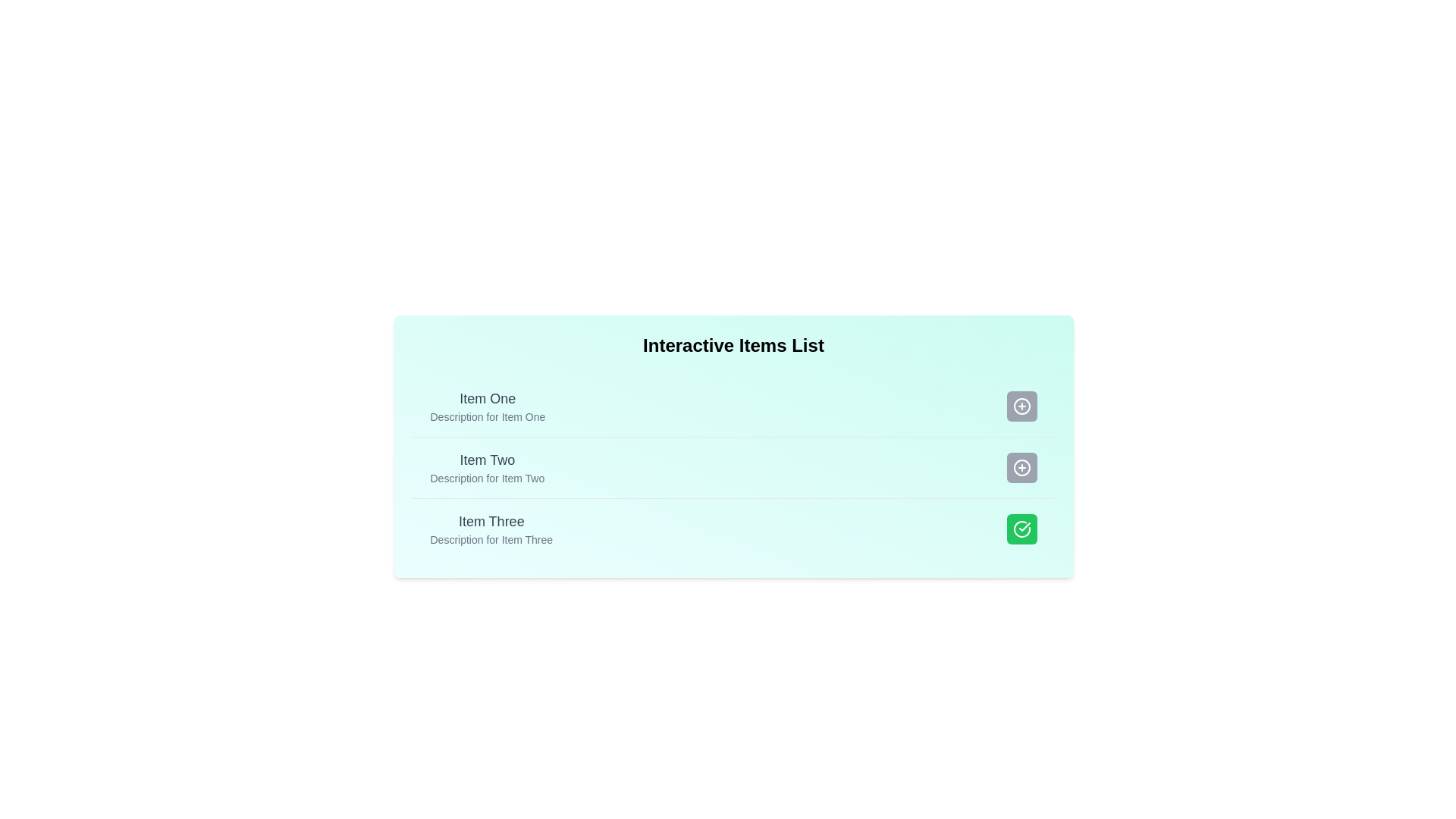 This screenshot has height=819, width=1456. I want to click on the title or description of Item Two to observe the tooltip or effect, so click(487, 459).